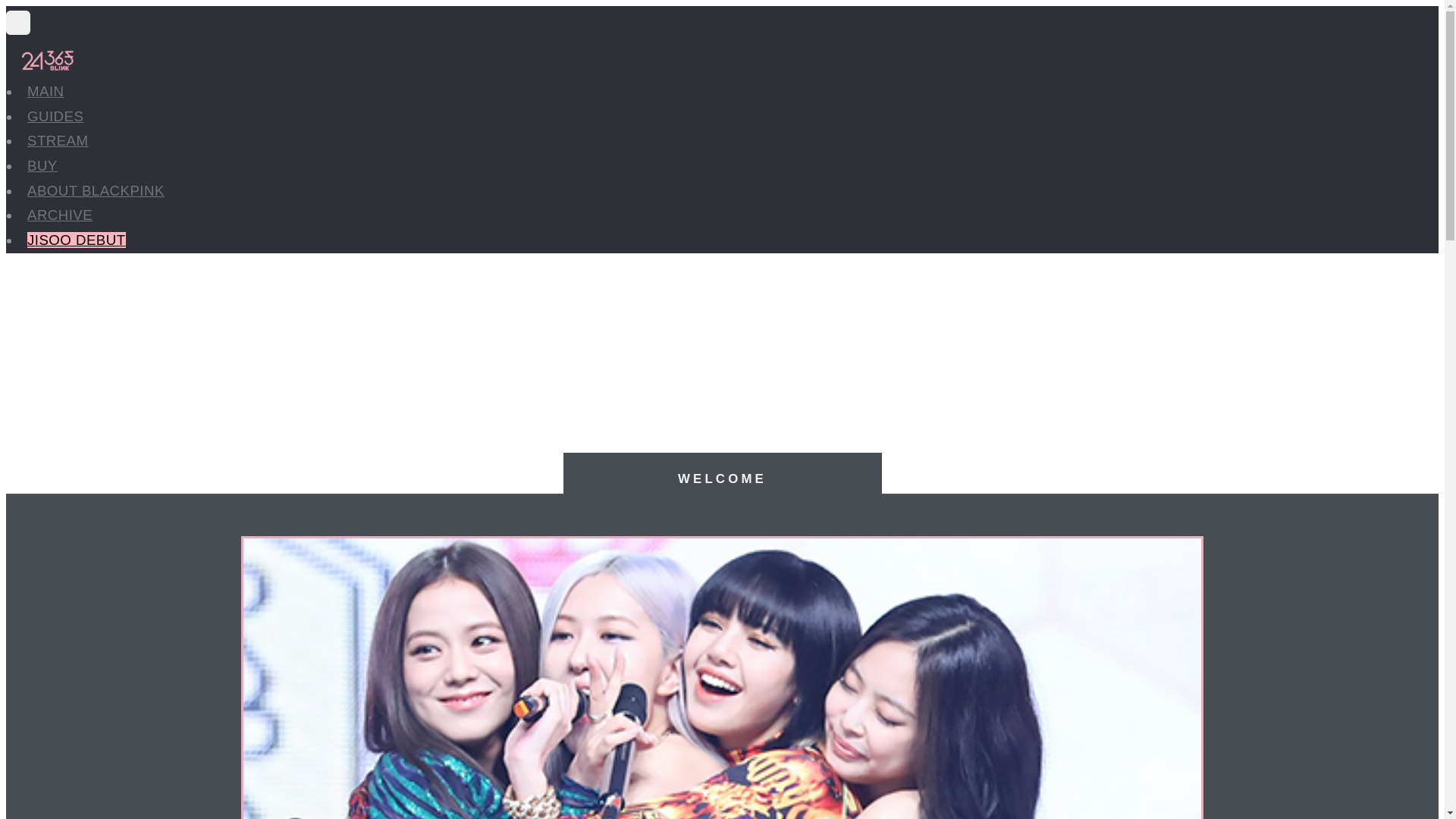  What do you see at coordinates (45, 91) in the screenshot?
I see `'MAIN'` at bounding box center [45, 91].